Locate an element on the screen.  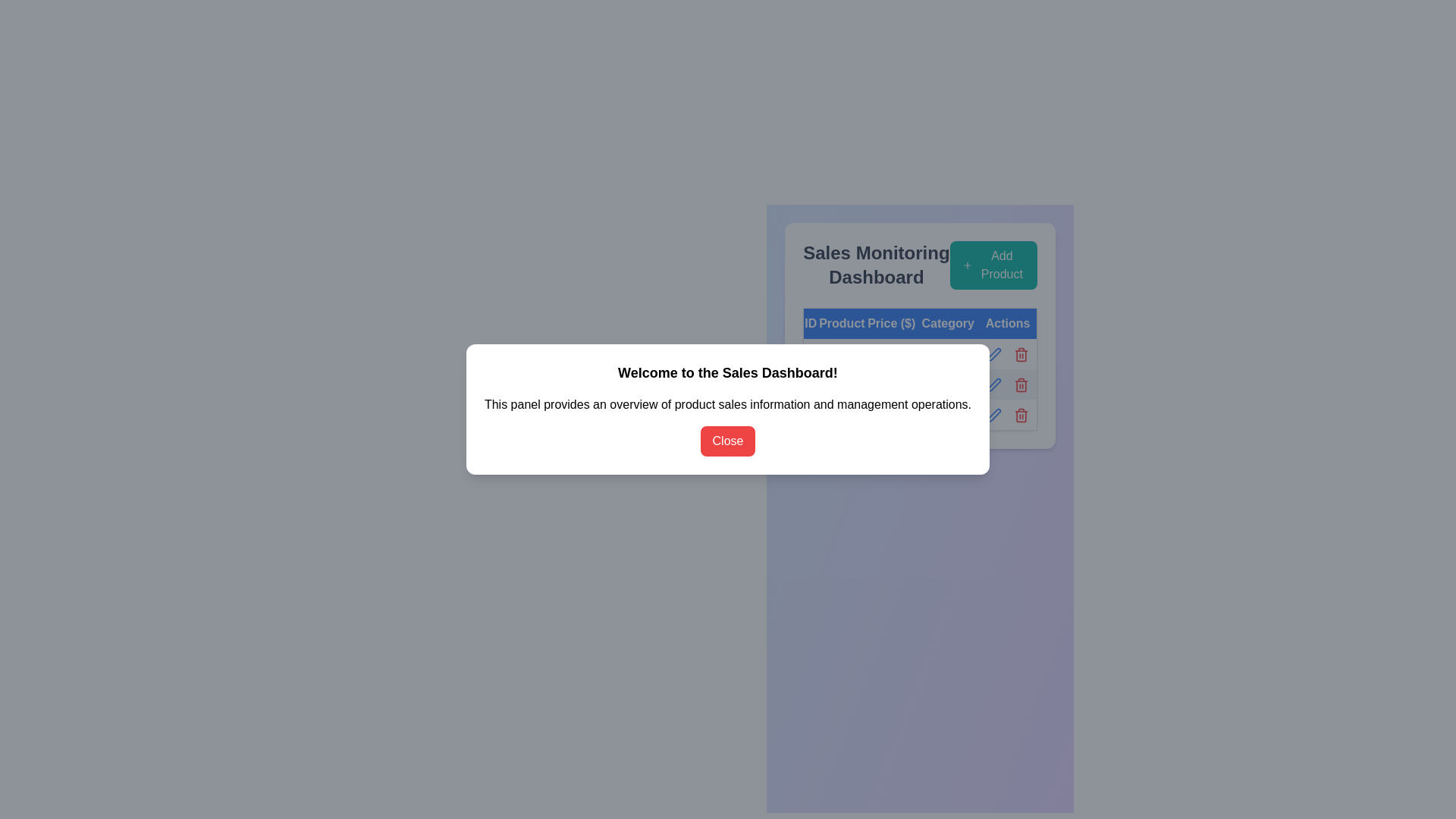
the trash can icon button in the 'Actions' column is located at coordinates (1008, 415).